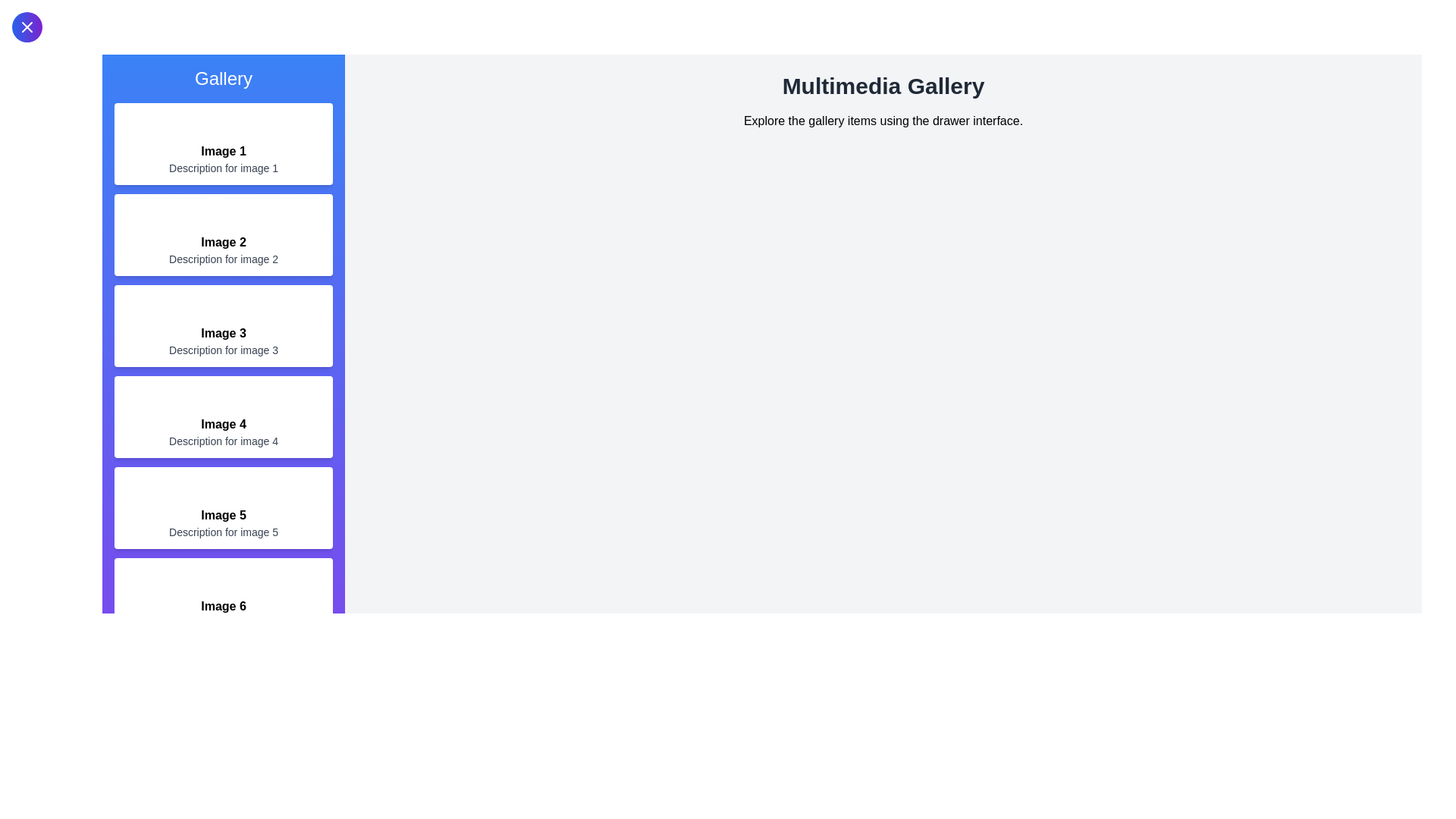 Image resolution: width=1456 pixels, height=819 pixels. I want to click on button at the top-left to toggle the drawer open or close, so click(27, 27).